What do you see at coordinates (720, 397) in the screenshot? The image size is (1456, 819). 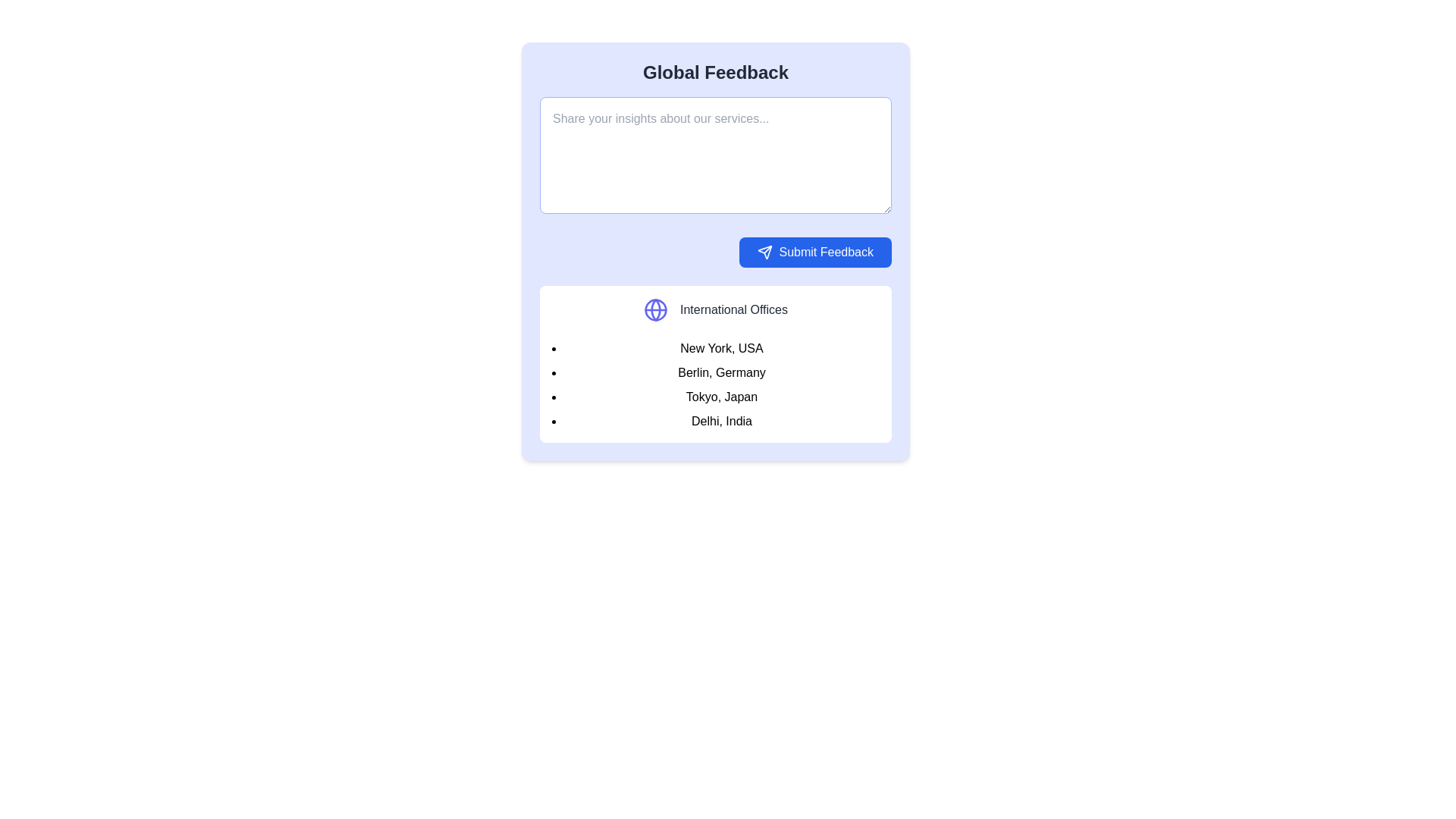 I see `the Text label that indicates 'Tokyo, Japan', which is the third item in a vertical list of locations under 'International Offices'` at bounding box center [720, 397].